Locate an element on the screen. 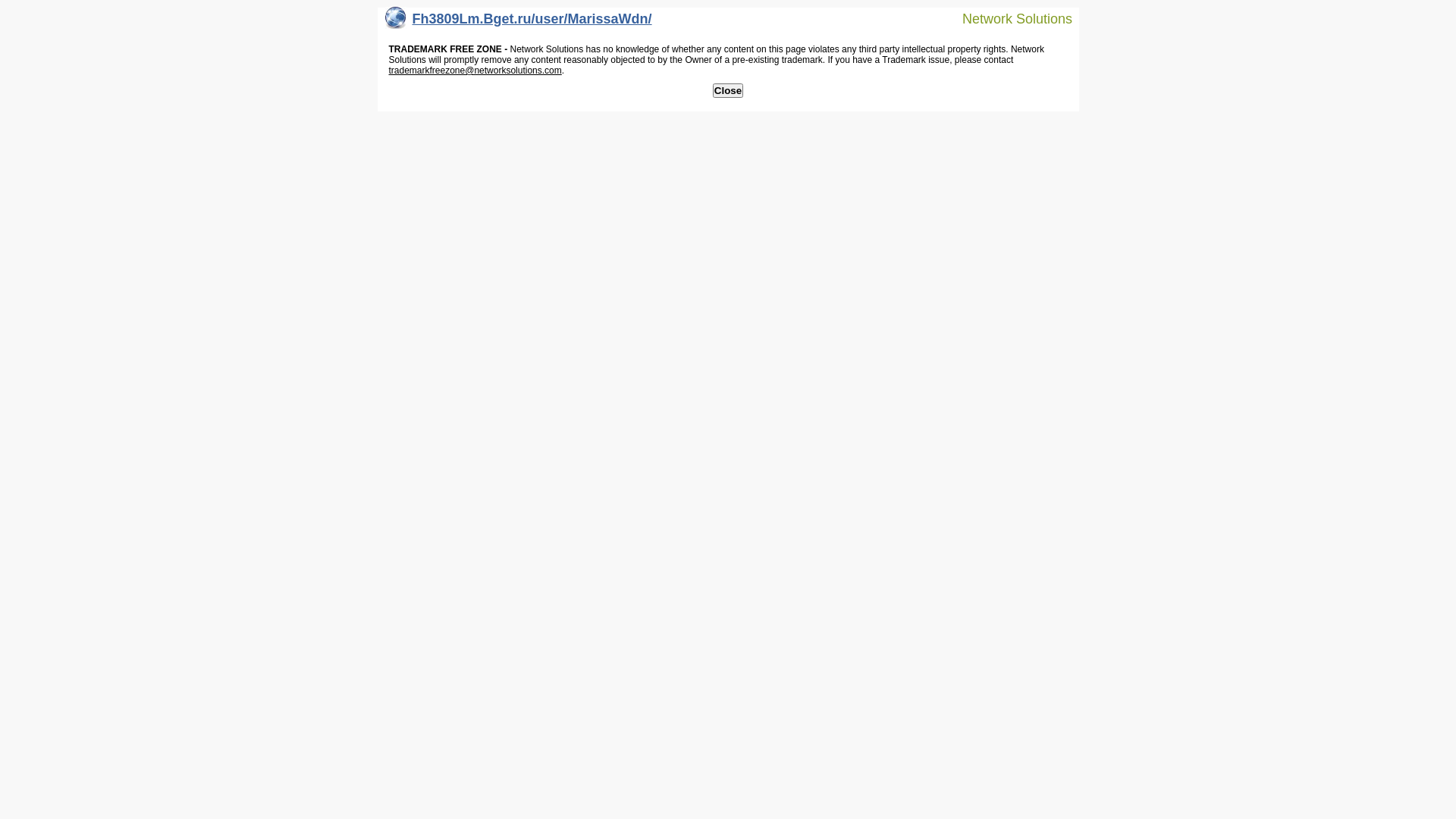  'trademarkfreezone@networksolutions.com' is located at coordinates (473, 70).